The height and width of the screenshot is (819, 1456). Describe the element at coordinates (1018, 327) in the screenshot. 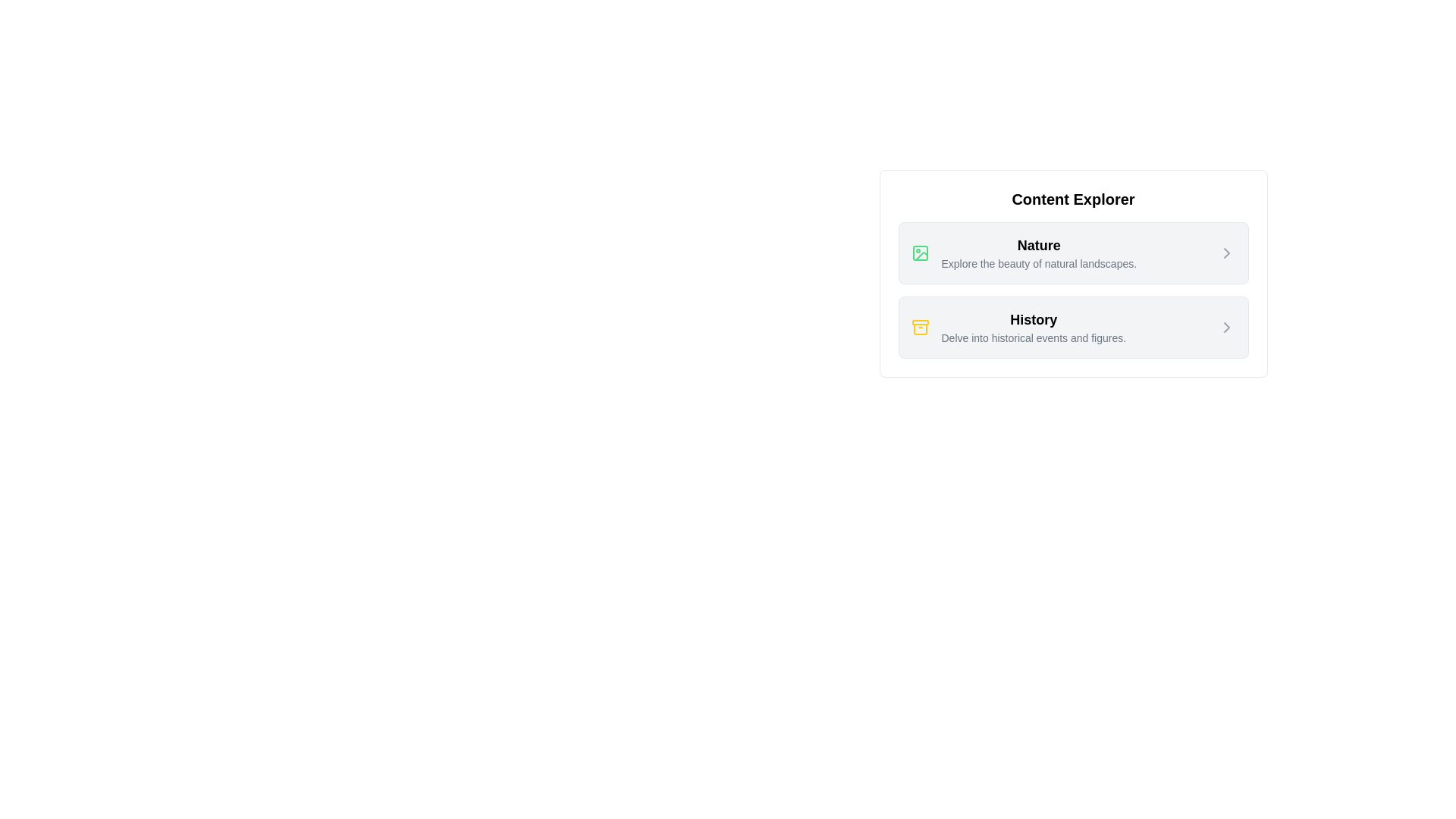

I see `the clickable card-style element located in the second card under the 'Content Explorer' section` at that location.